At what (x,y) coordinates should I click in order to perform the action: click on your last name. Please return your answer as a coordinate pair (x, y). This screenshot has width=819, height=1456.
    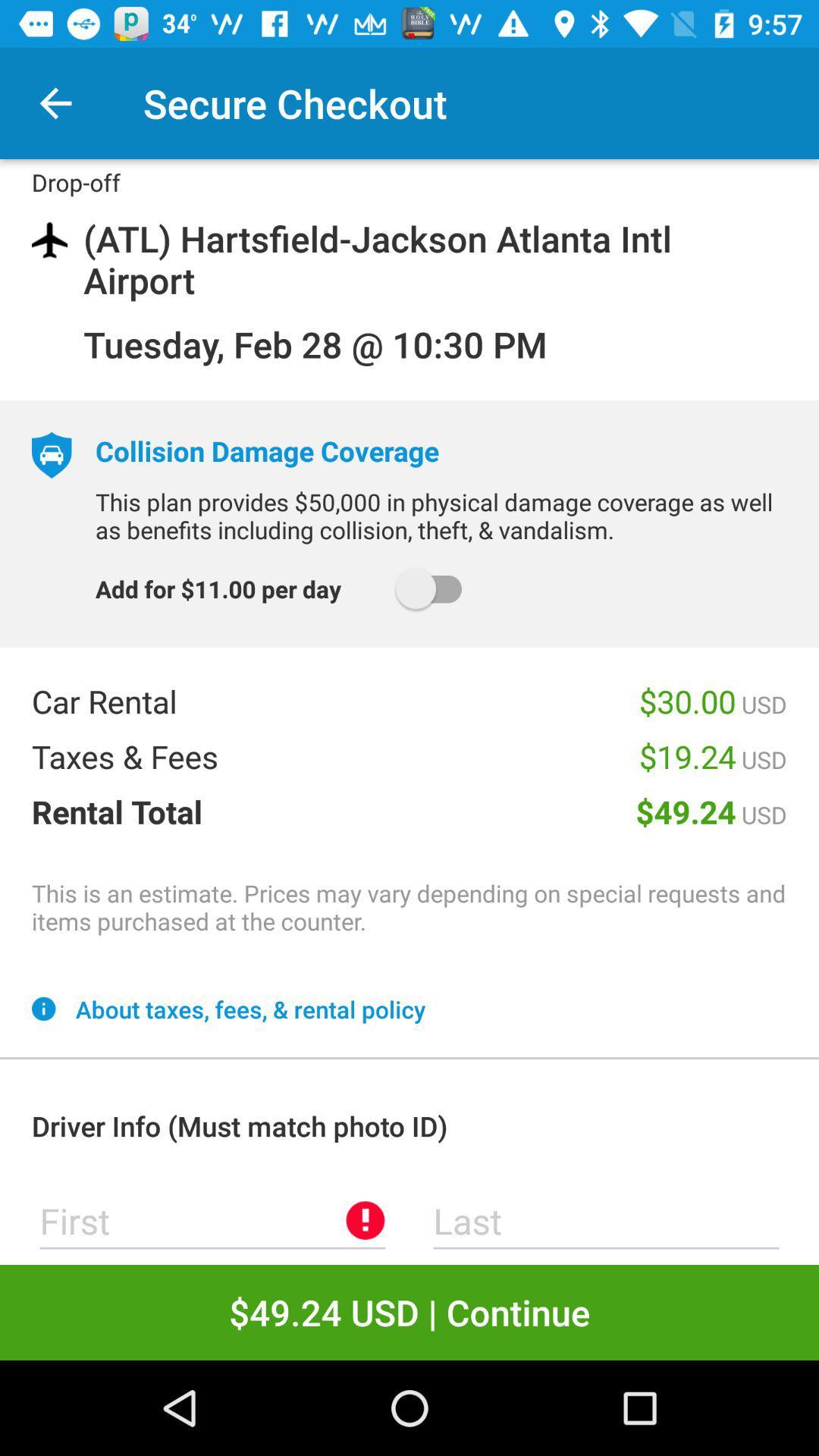
    Looking at the image, I should click on (605, 1220).